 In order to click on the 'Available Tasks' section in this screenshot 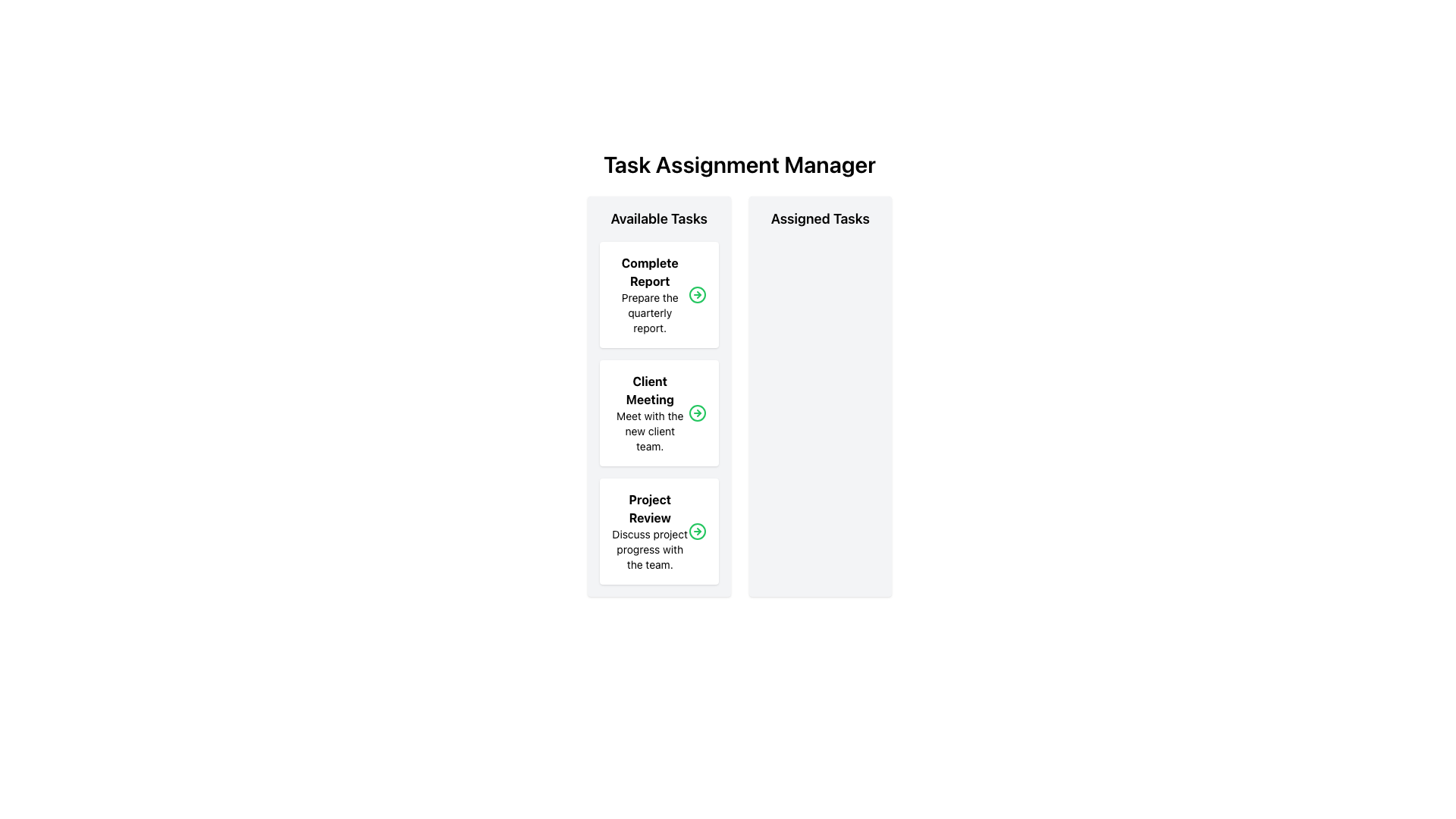, I will do `click(659, 396)`.